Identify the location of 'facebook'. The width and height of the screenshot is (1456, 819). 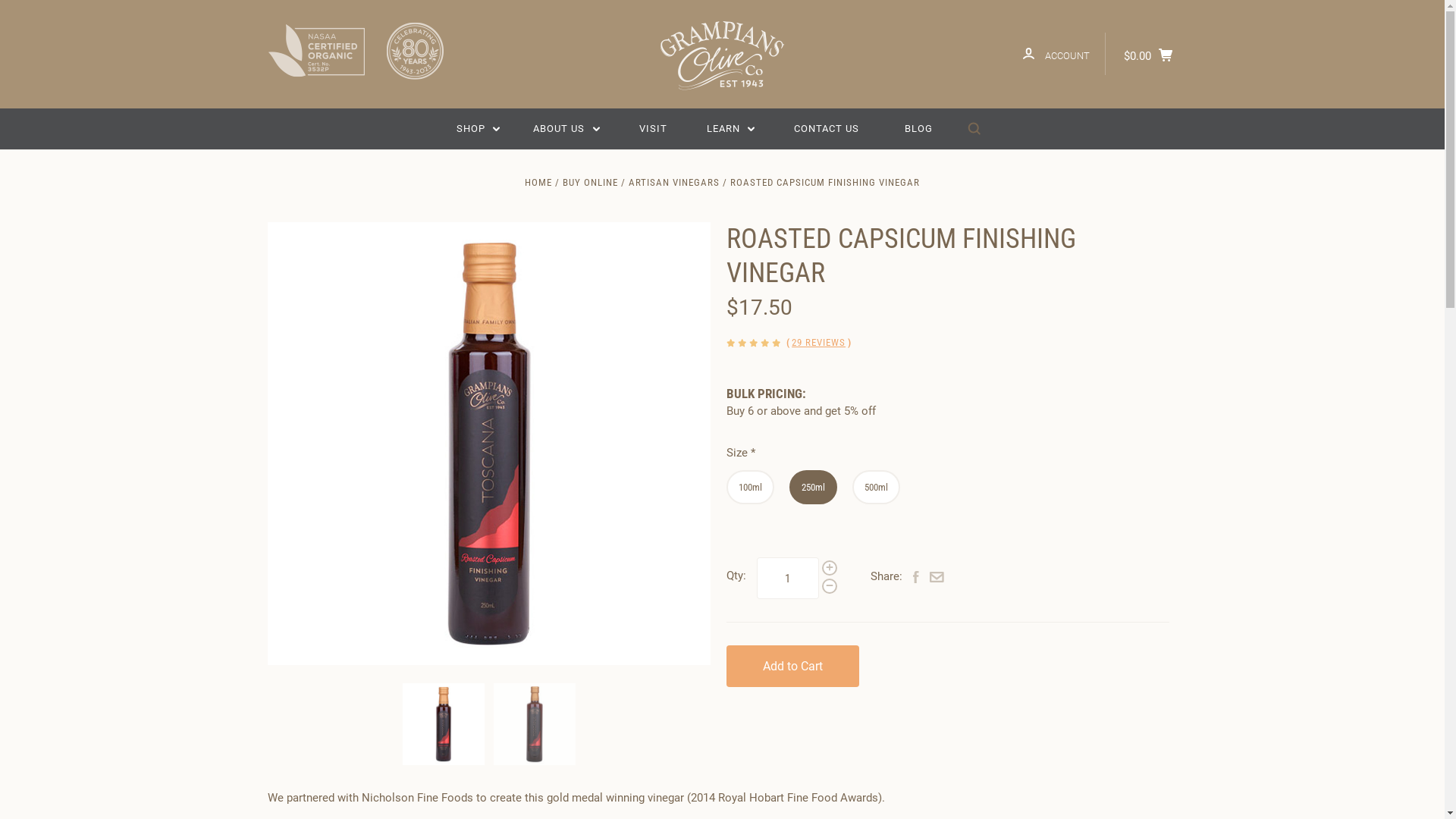
(915, 579).